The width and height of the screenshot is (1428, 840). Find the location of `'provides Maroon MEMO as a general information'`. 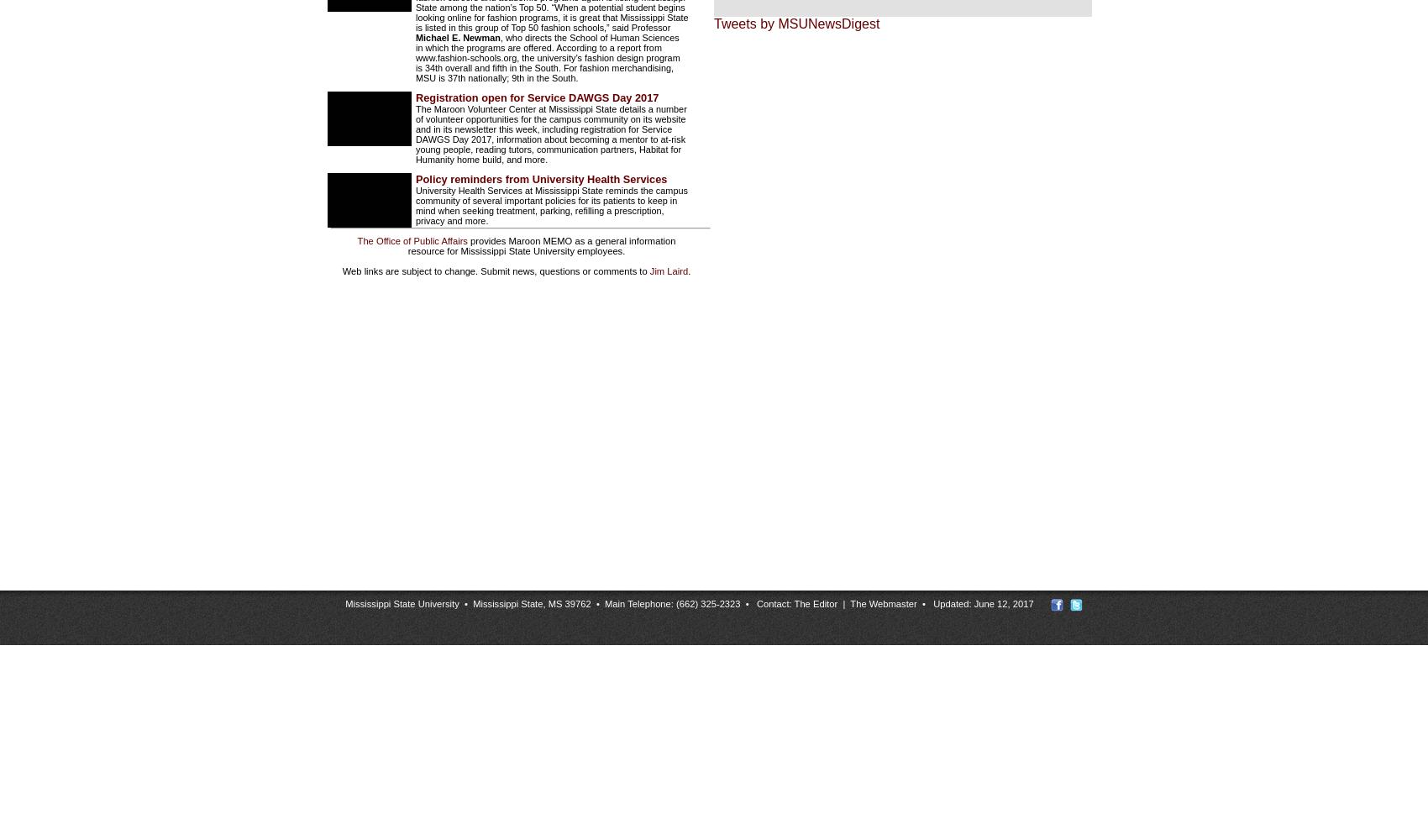

'provides Maroon MEMO as a general information' is located at coordinates (571, 241).